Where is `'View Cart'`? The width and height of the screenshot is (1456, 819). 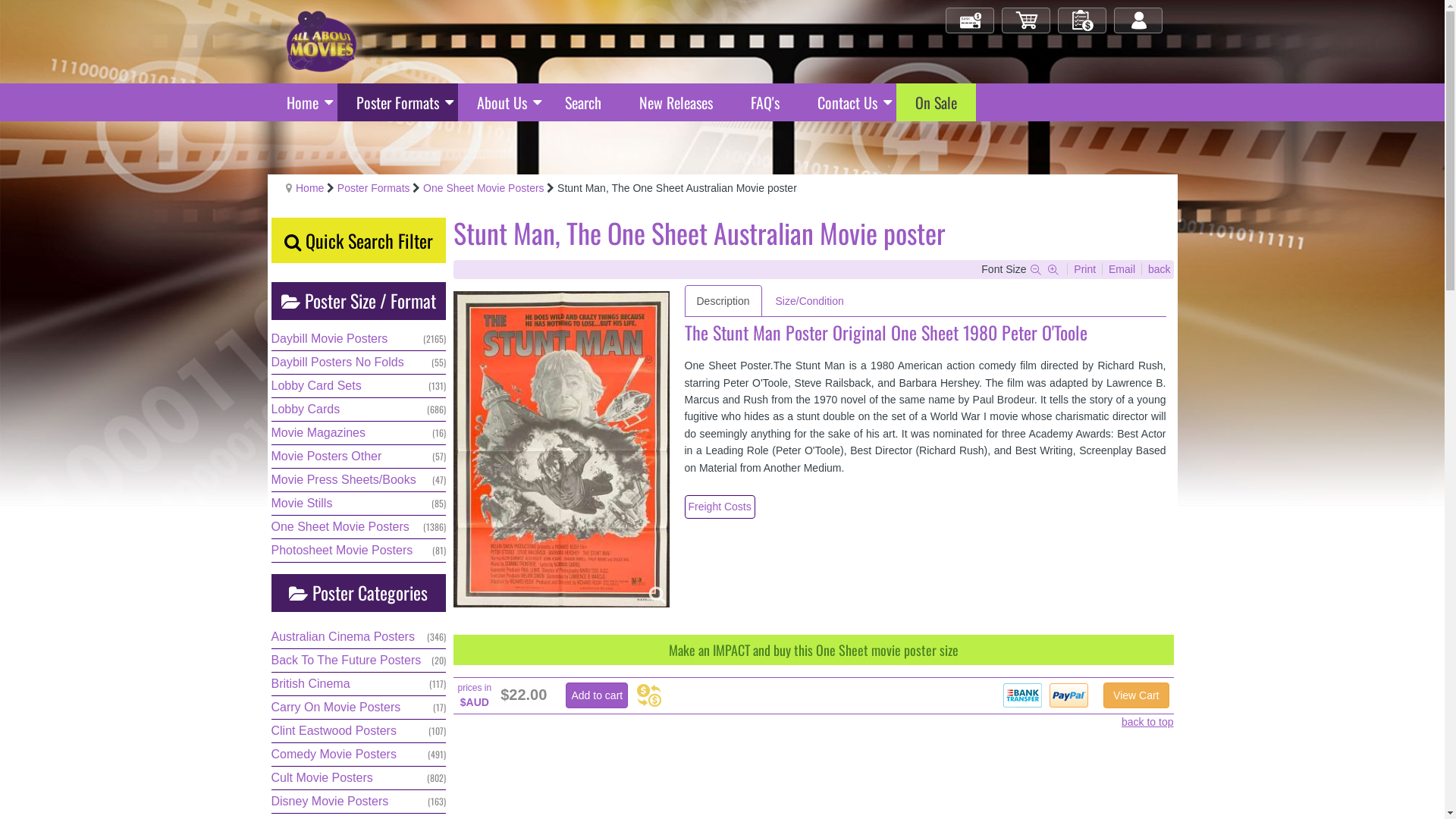
'View Cart' is located at coordinates (1103, 695).